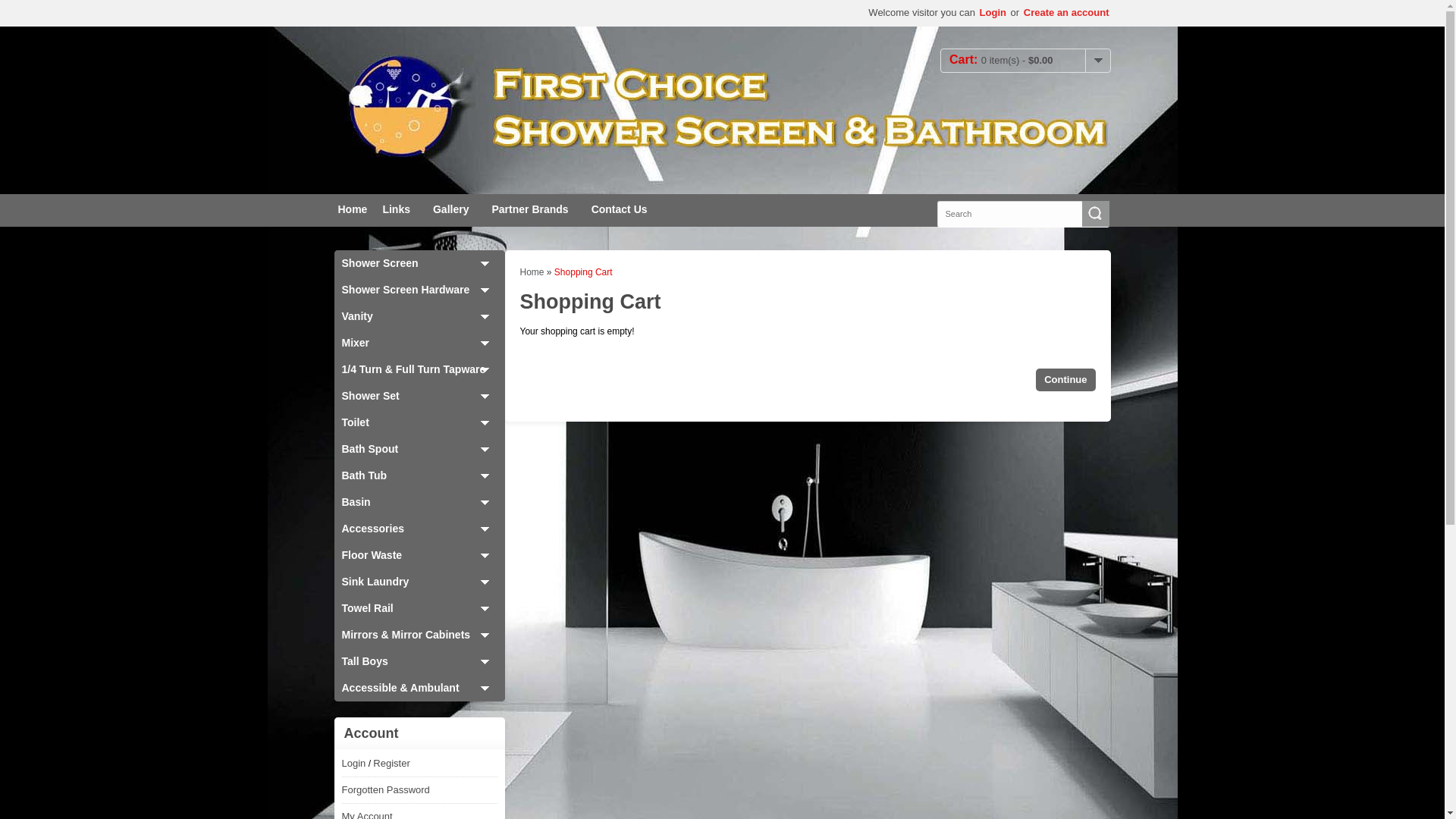 The image size is (1456, 819). What do you see at coordinates (419, 502) in the screenshot?
I see `'Basin'` at bounding box center [419, 502].